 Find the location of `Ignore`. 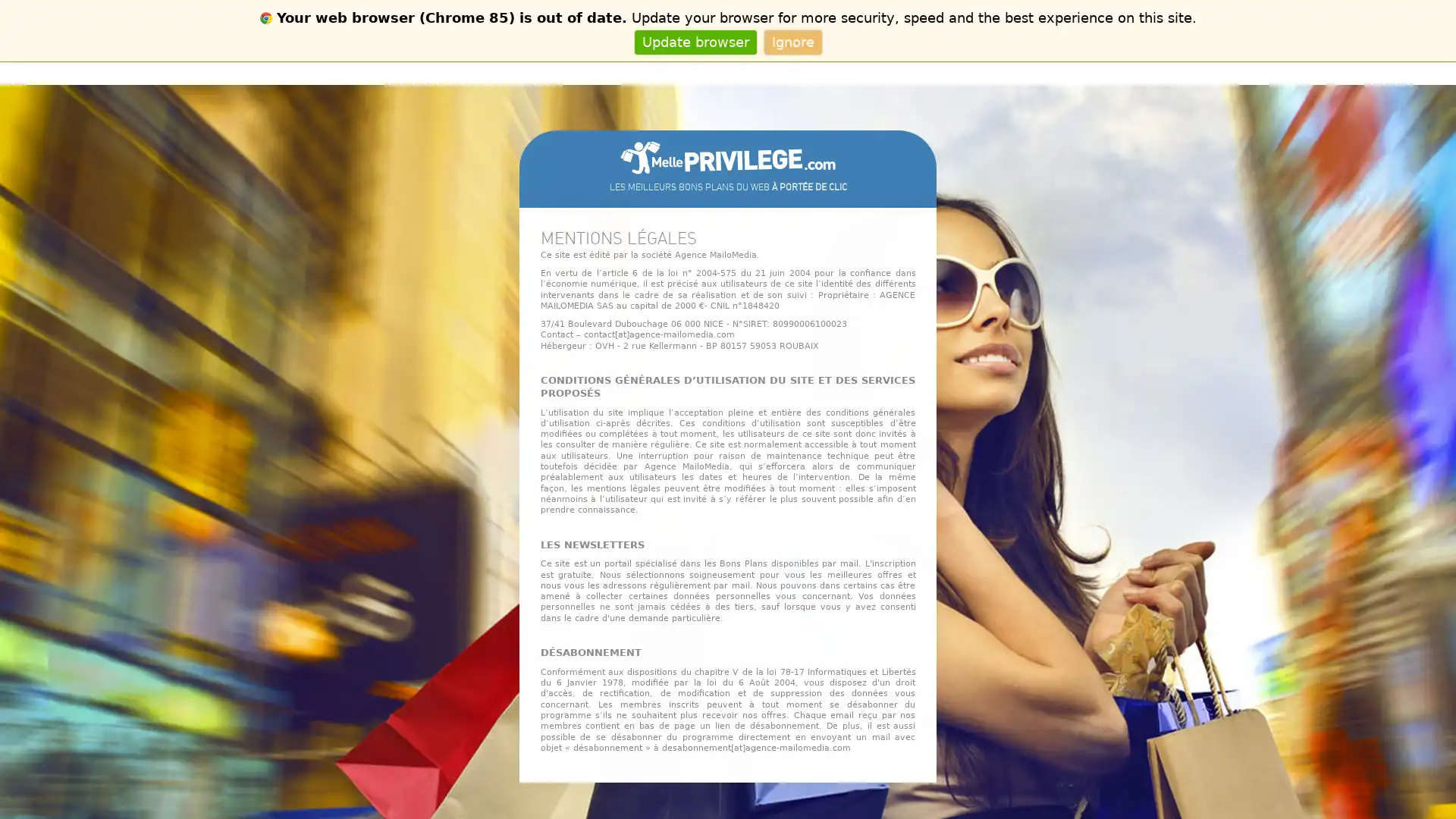

Ignore is located at coordinates (792, 41).